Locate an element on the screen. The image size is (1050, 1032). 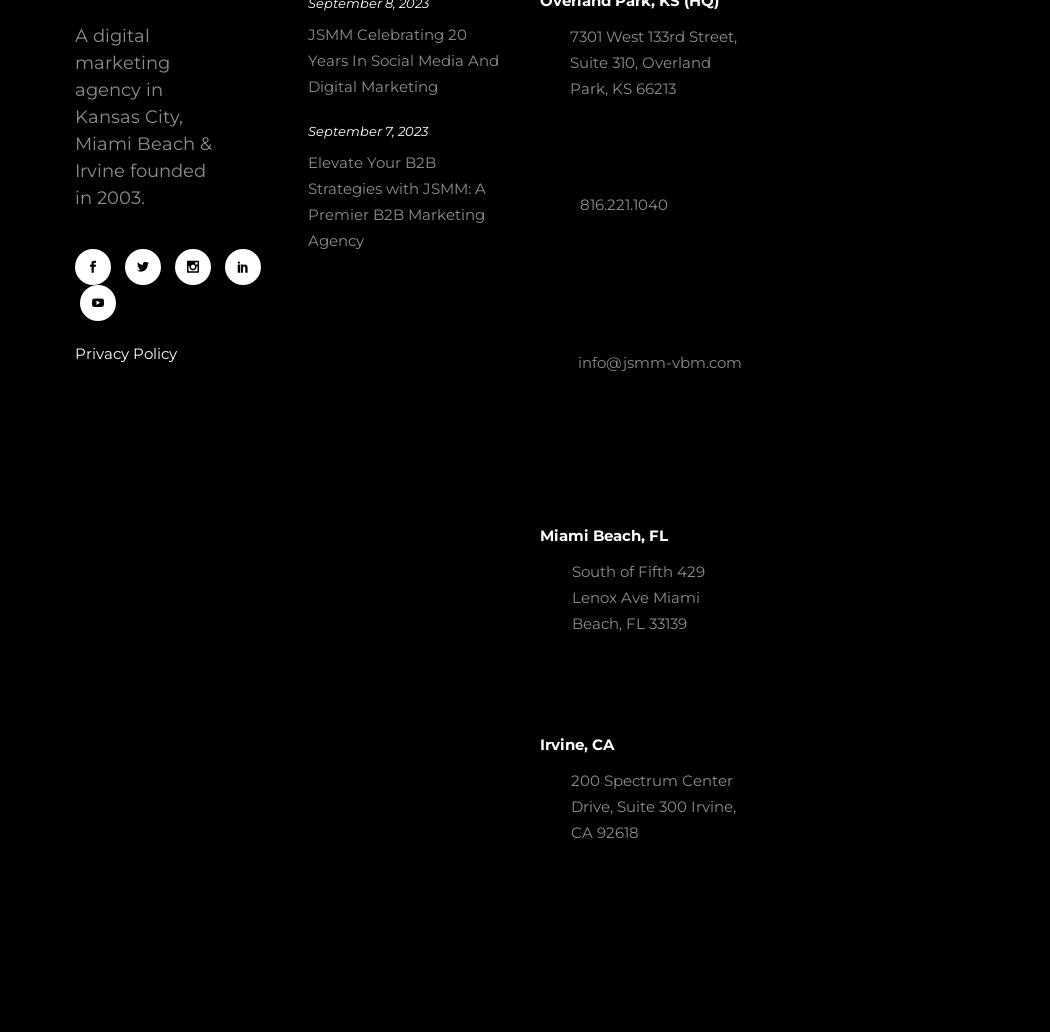
'JSMM Celebrating 20 Years In Social Media And Digital Marketing' is located at coordinates (402, 60).